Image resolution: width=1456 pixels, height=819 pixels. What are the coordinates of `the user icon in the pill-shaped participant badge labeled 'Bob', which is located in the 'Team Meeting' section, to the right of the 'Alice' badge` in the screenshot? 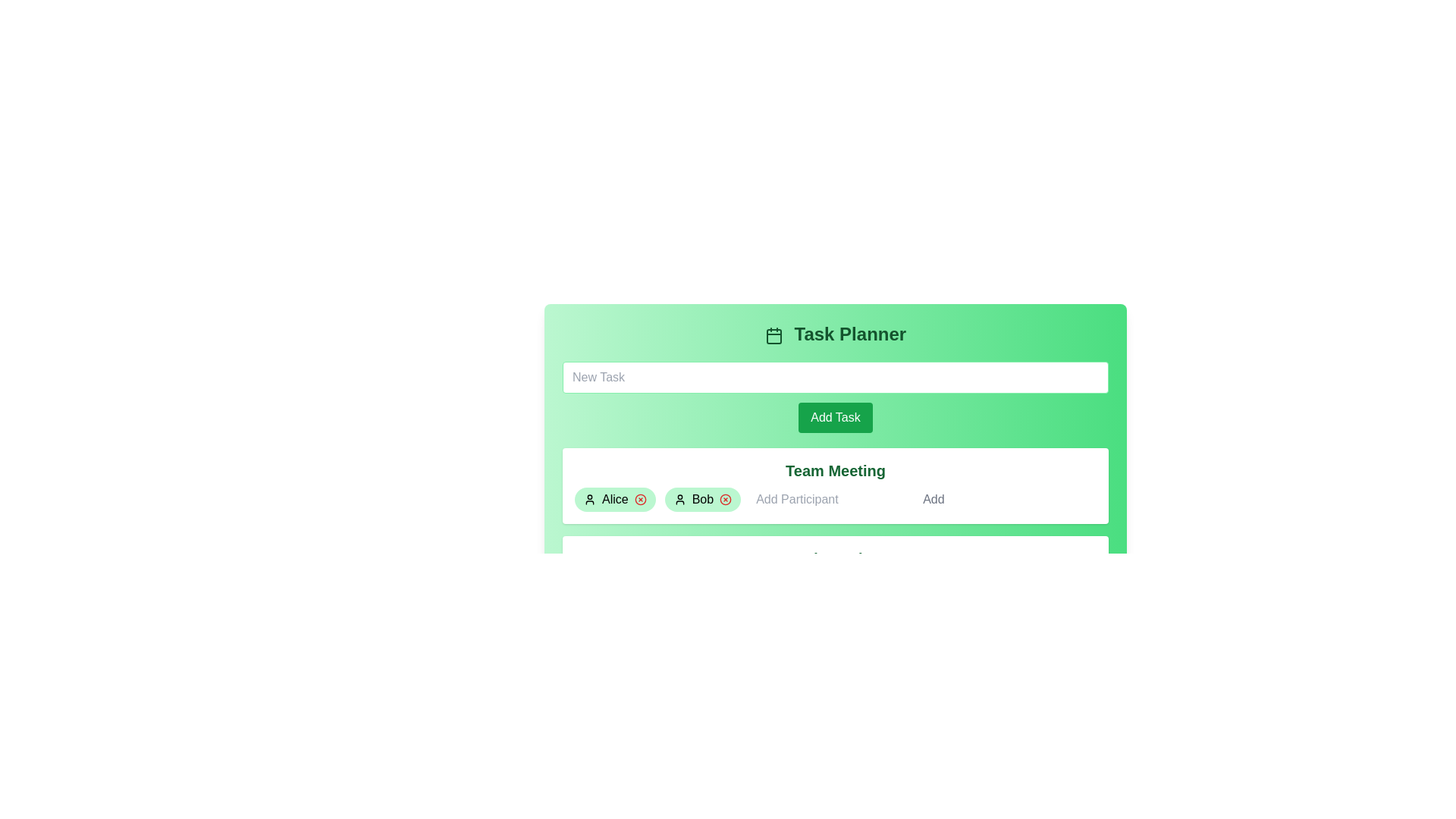 It's located at (701, 500).